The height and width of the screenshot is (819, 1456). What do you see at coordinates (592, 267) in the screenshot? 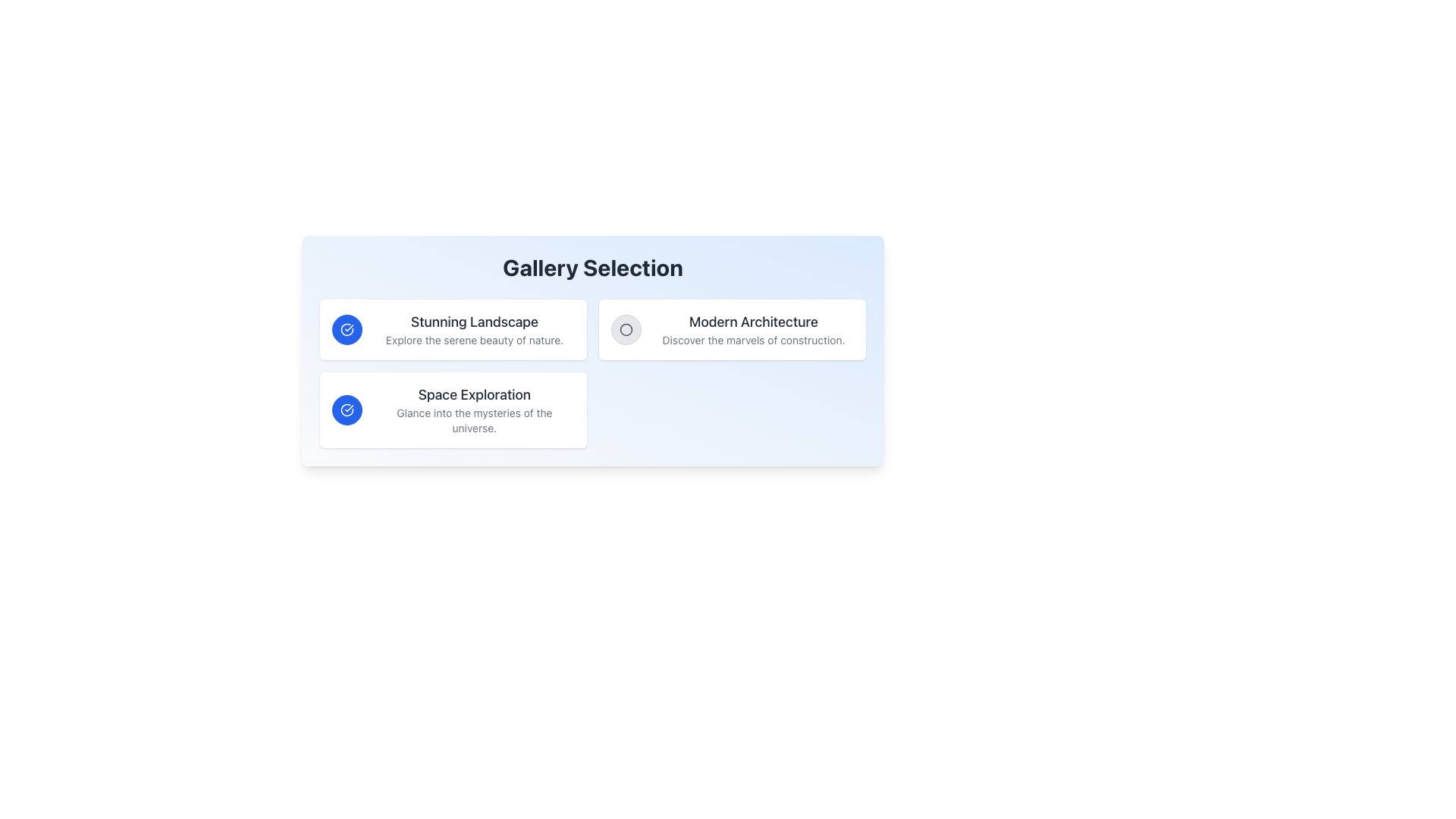
I see `Heading text that indicates the section's purpose for selecting a gallery, located at the center top of the card-like structure` at bounding box center [592, 267].